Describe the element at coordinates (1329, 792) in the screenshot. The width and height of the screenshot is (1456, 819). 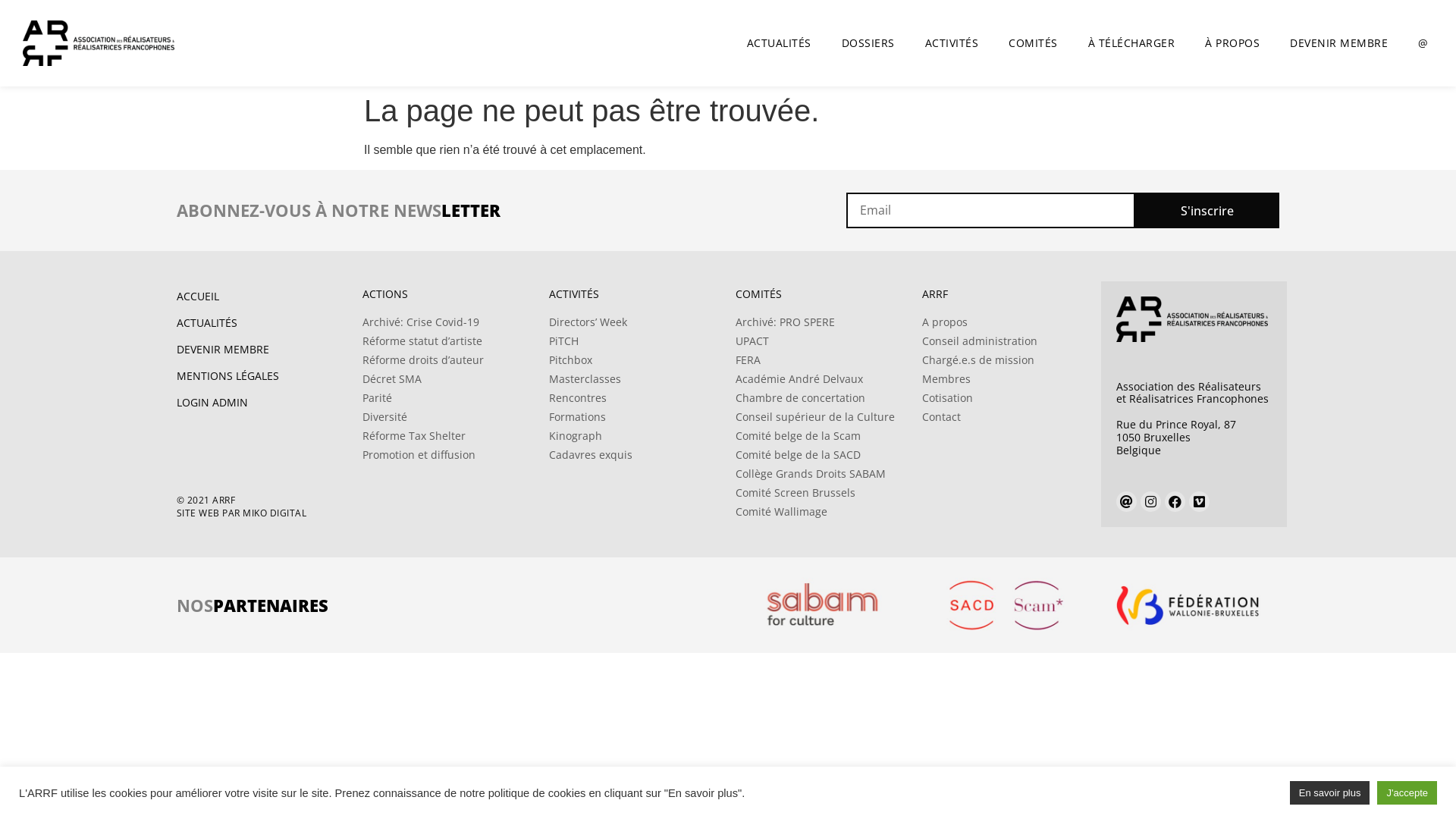
I see `'En savoir plus'` at that location.